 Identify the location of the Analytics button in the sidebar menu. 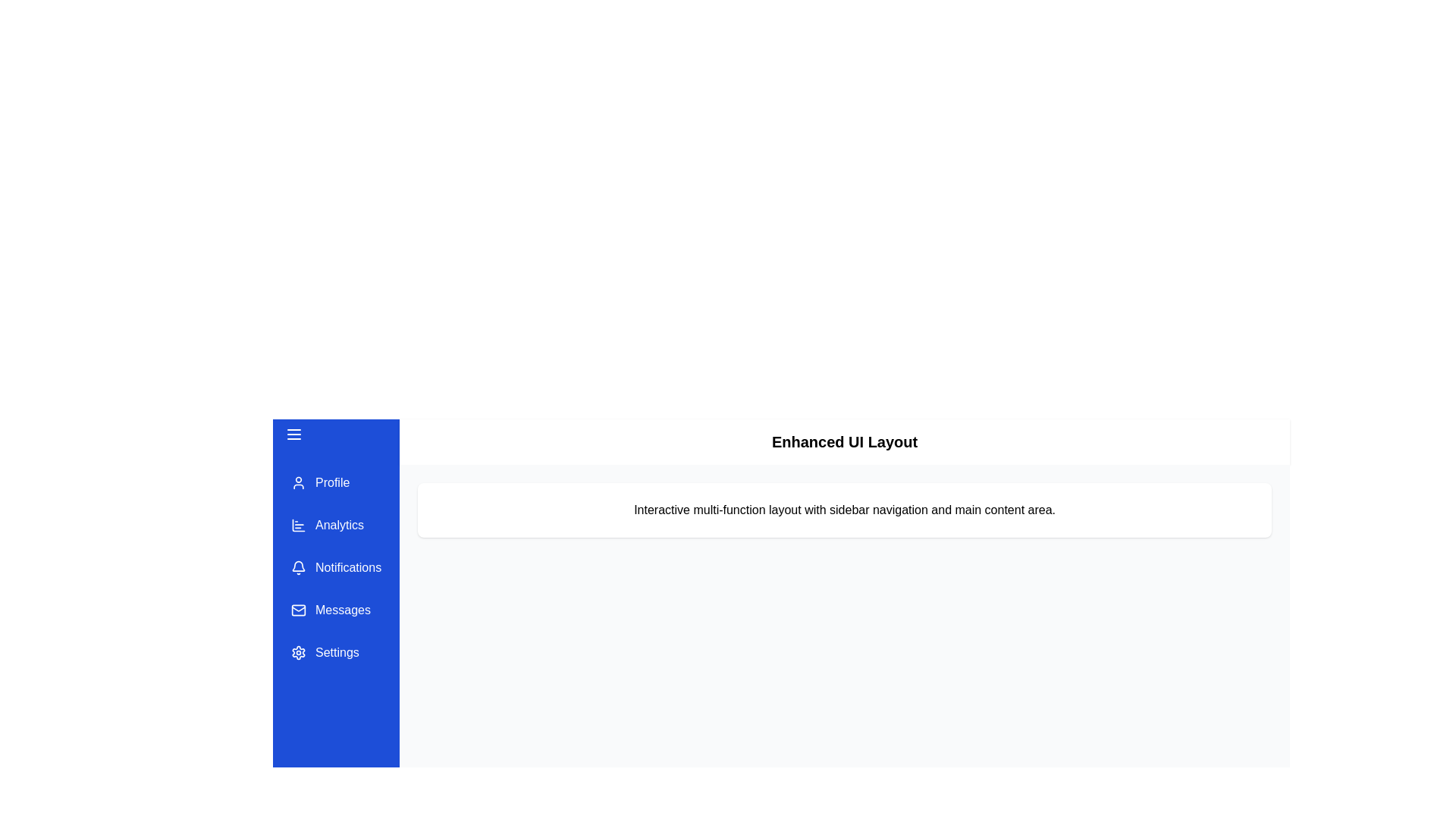
(327, 525).